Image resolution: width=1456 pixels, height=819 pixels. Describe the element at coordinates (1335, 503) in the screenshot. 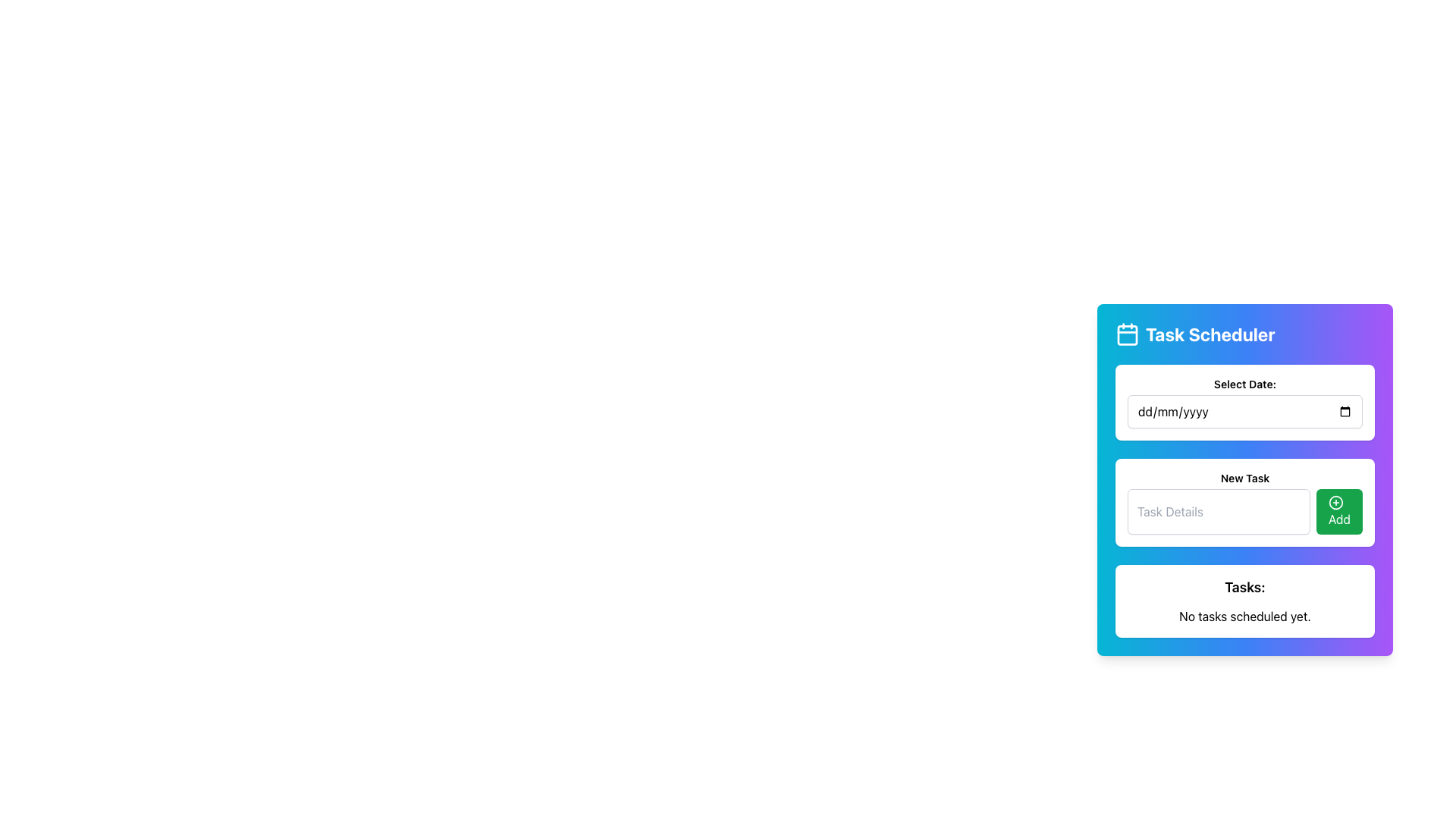

I see `the visual contribution of the SVG Circle that forms part of the circular-plus icon in the 'Add' button of the task scheduler interface` at that location.